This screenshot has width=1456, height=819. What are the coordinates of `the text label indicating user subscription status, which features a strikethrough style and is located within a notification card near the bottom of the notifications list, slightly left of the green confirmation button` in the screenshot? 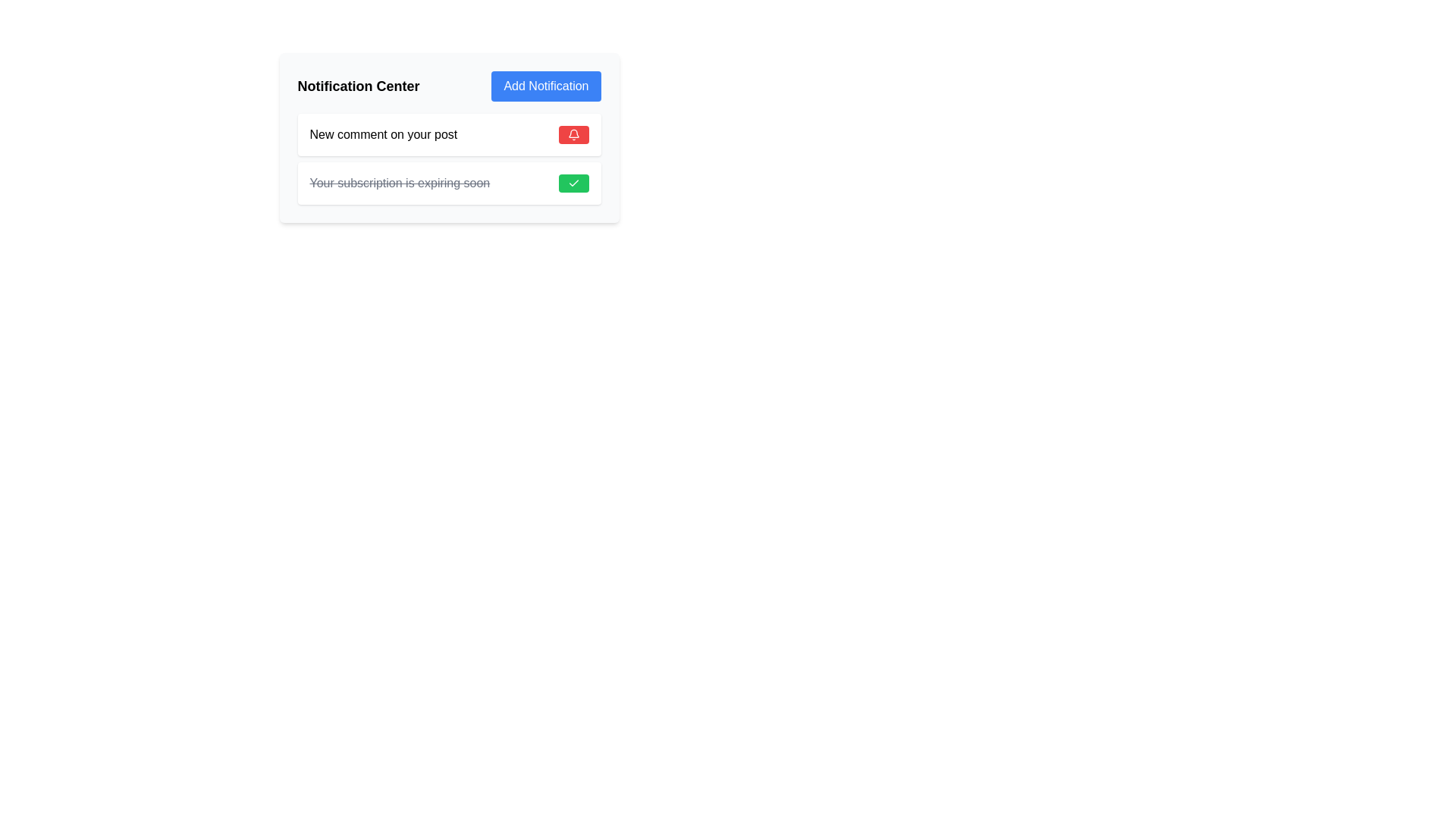 It's located at (400, 183).